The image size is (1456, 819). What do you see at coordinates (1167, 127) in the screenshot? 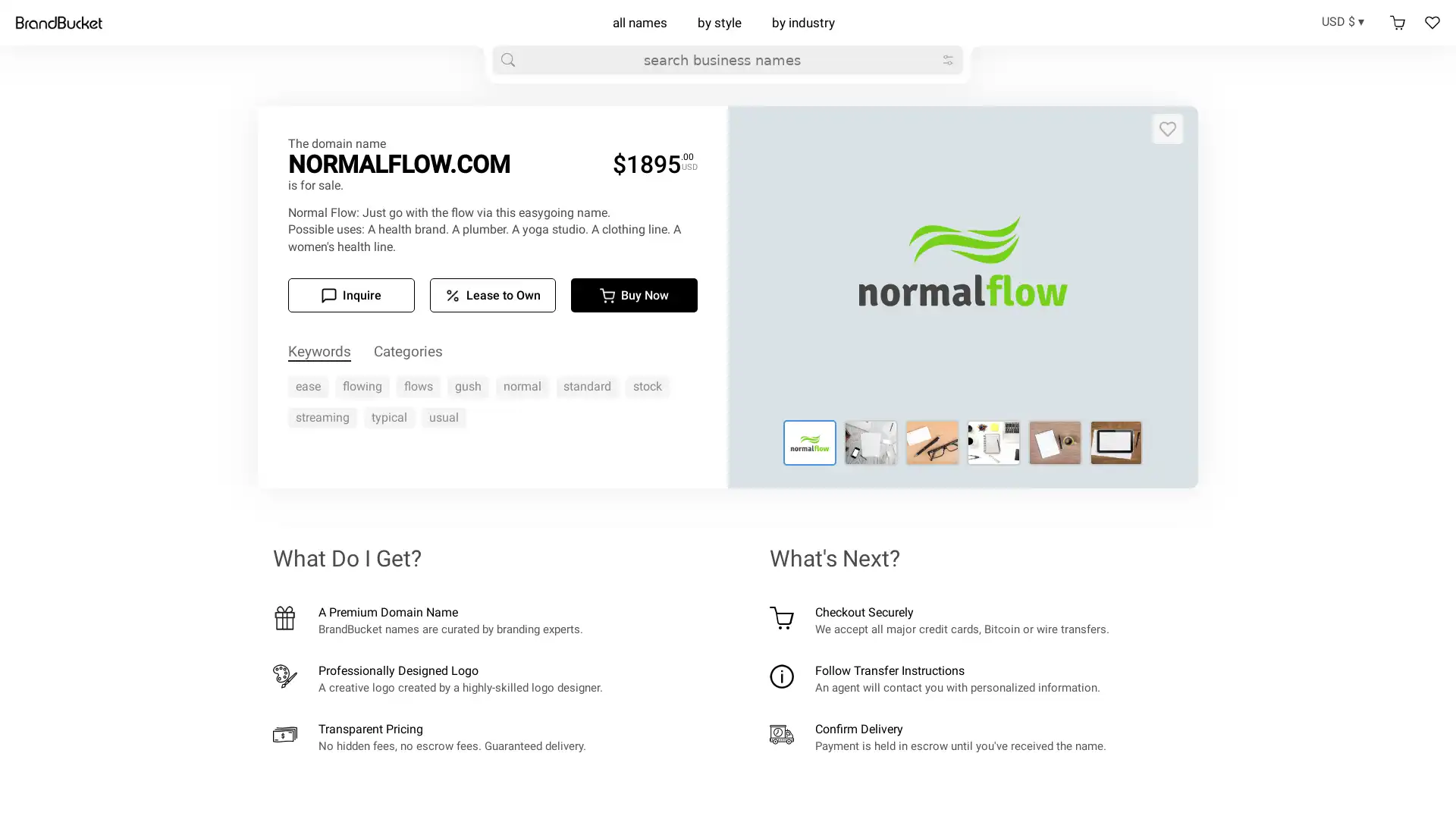
I see `Add to favorites` at bounding box center [1167, 127].